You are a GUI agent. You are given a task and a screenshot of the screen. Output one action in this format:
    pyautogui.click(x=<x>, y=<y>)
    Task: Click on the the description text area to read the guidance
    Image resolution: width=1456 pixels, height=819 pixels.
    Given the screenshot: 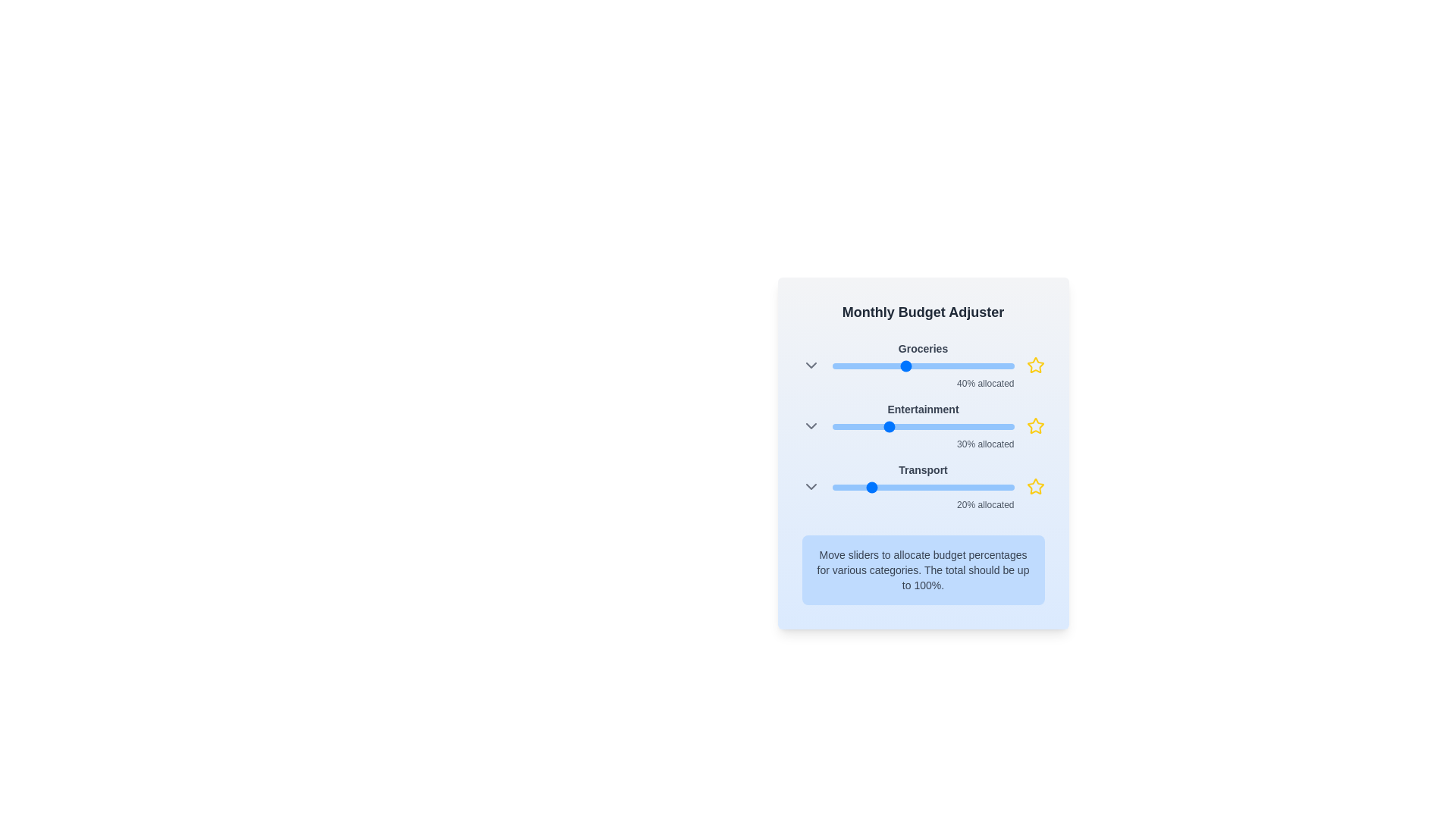 What is the action you would take?
    pyautogui.click(x=922, y=570)
    